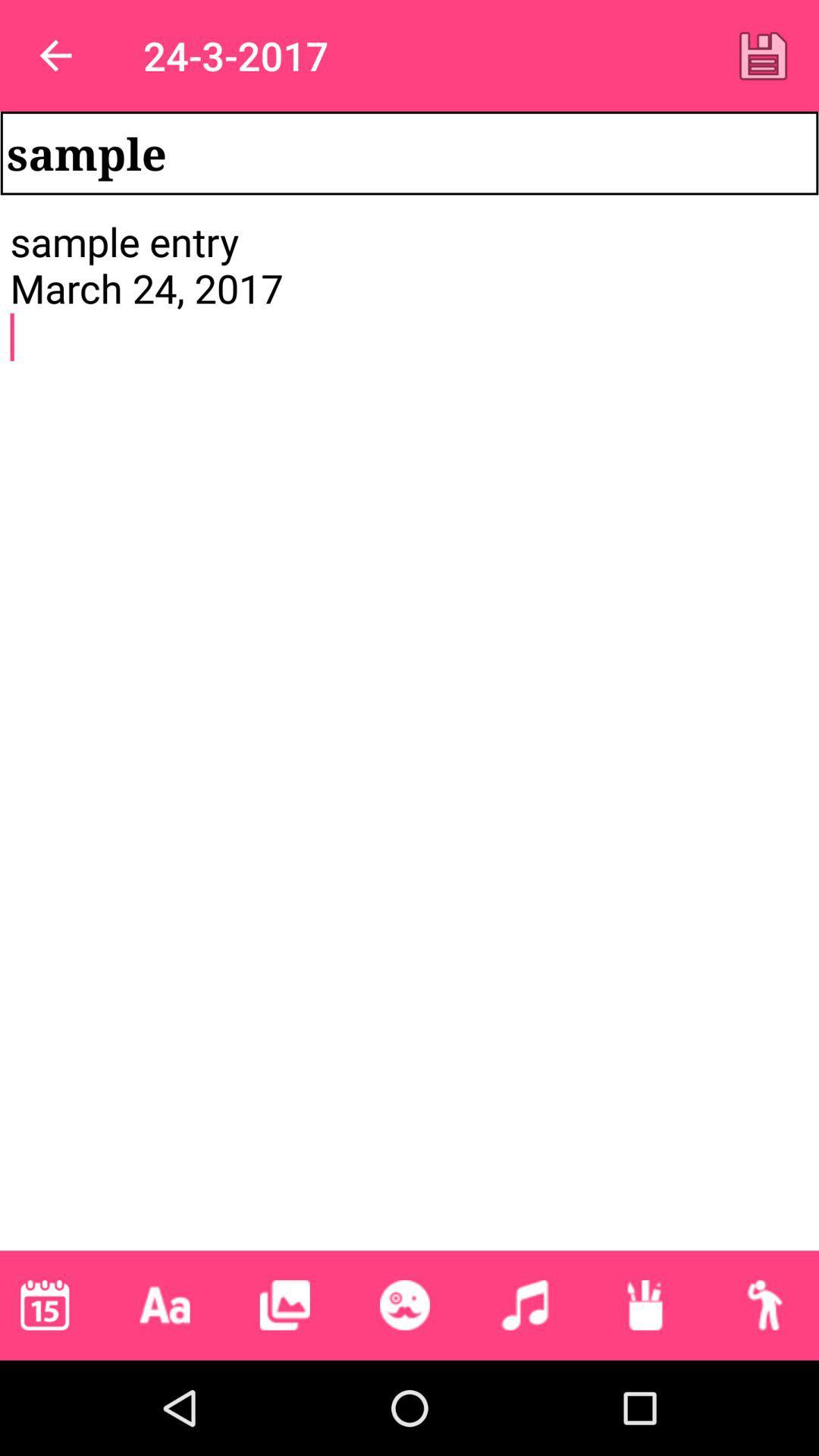 Image resolution: width=819 pixels, height=1456 pixels. Describe the element at coordinates (165, 1304) in the screenshot. I see `text to the note` at that location.